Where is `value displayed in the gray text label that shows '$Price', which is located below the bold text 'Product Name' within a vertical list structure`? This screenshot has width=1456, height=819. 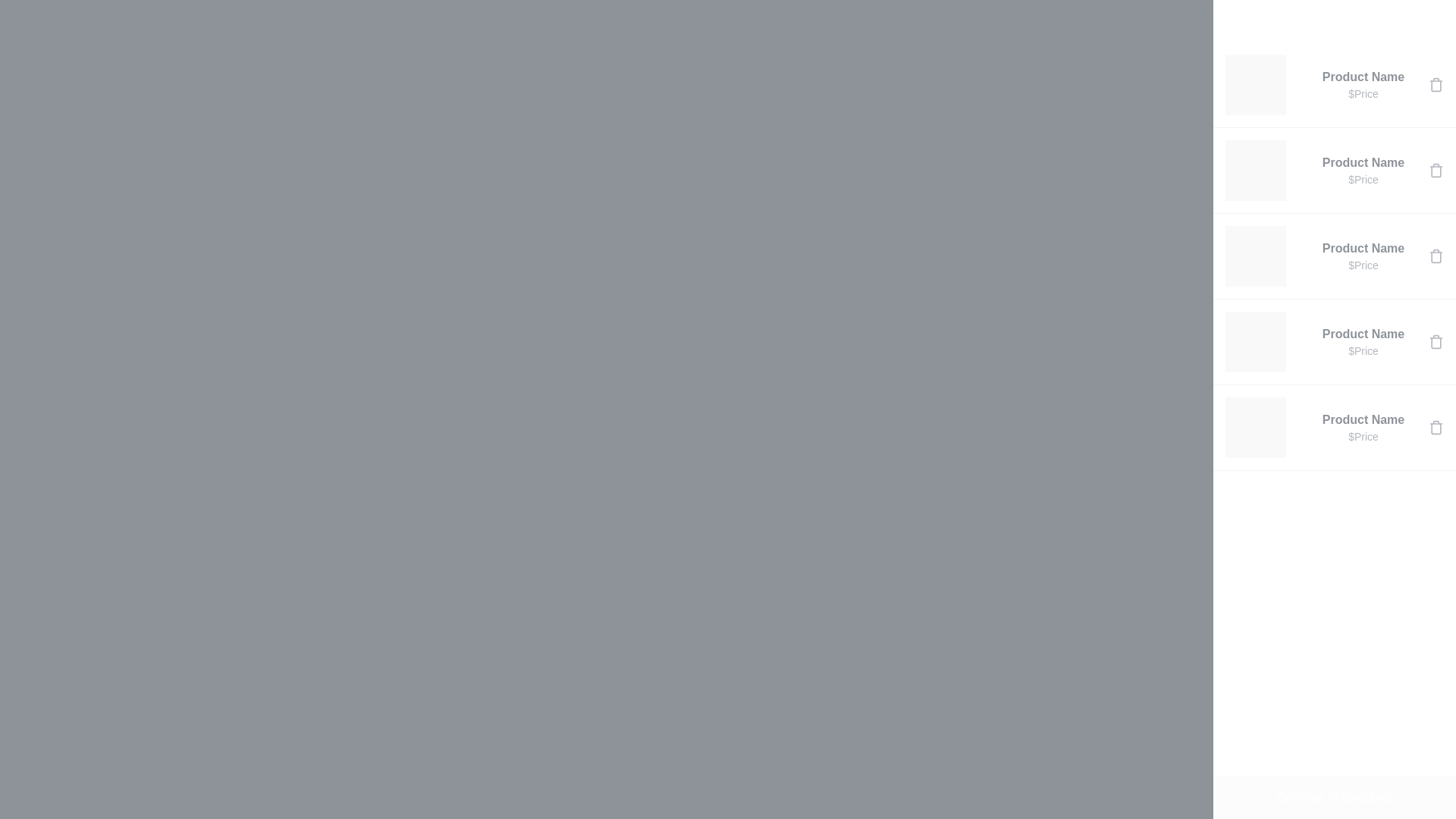
value displayed in the gray text label that shows '$Price', which is located below the bold text 'Product Name' within a vertical list structure is located at coordinates (1363, 350).